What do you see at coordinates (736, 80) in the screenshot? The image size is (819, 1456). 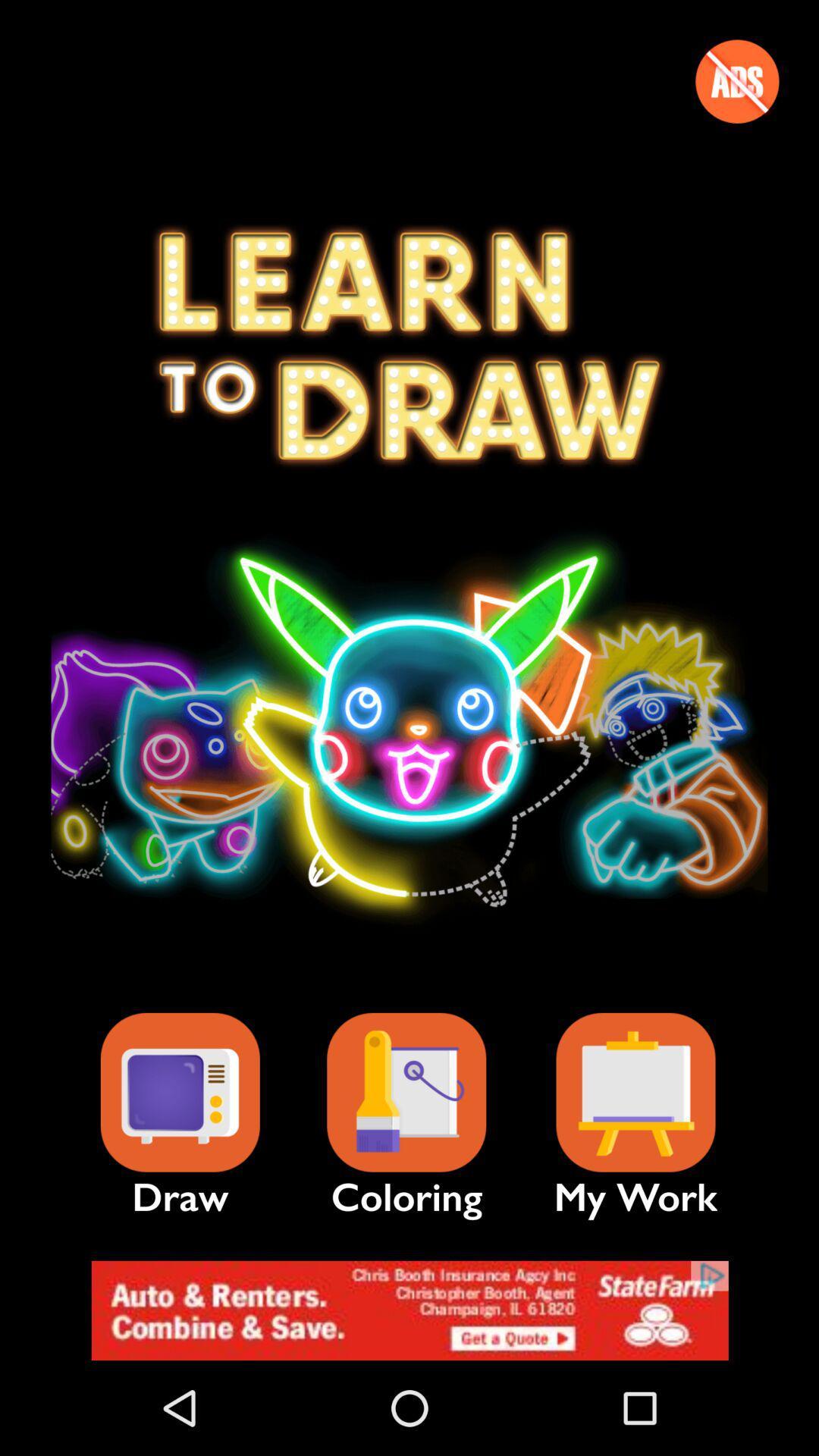 I see `switch advertisement option` at bounding box center [736, 80].